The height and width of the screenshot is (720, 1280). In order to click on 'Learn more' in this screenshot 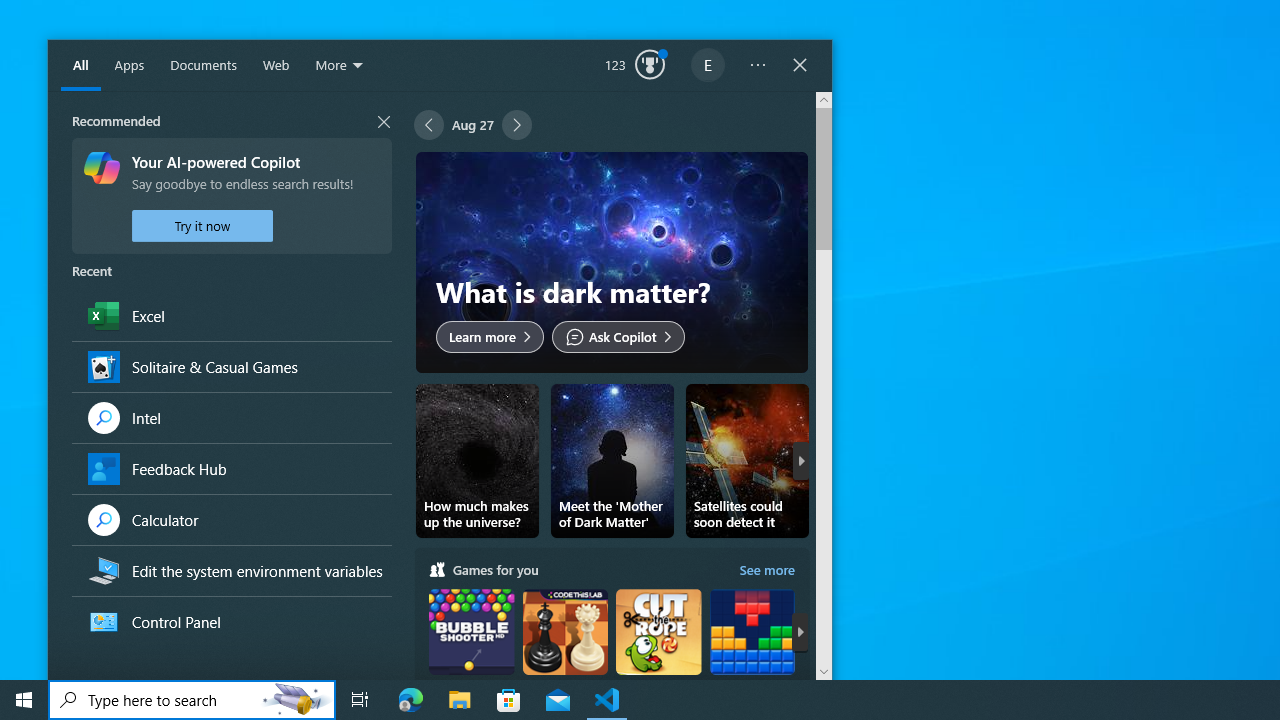, I will do `click(490, 335)`.